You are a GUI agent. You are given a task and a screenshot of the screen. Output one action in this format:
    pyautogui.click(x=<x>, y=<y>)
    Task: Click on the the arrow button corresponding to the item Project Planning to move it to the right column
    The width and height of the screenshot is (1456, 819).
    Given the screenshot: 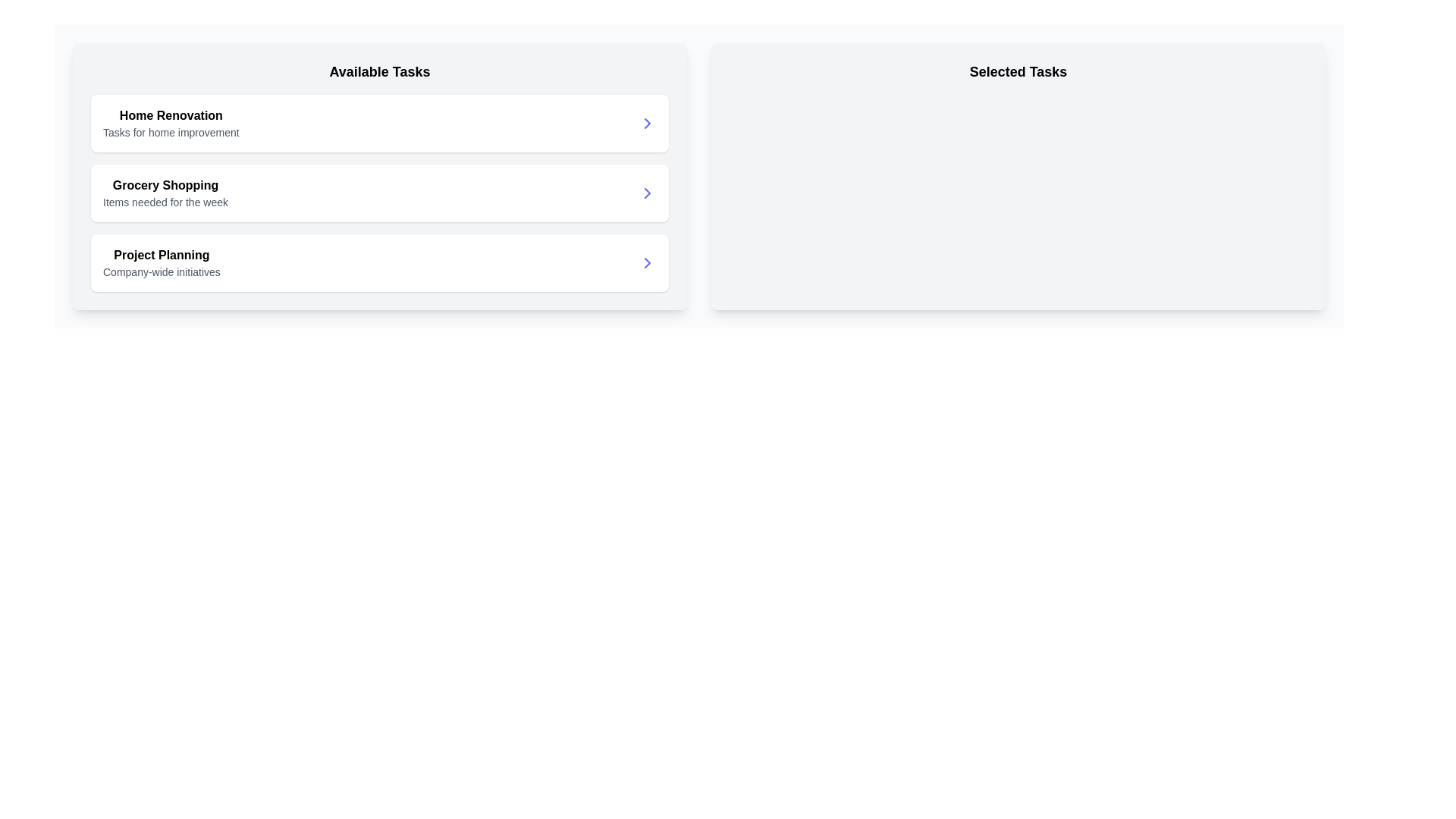 What is the action you would take?
    pyautogui.click(x=648, y=262)
    